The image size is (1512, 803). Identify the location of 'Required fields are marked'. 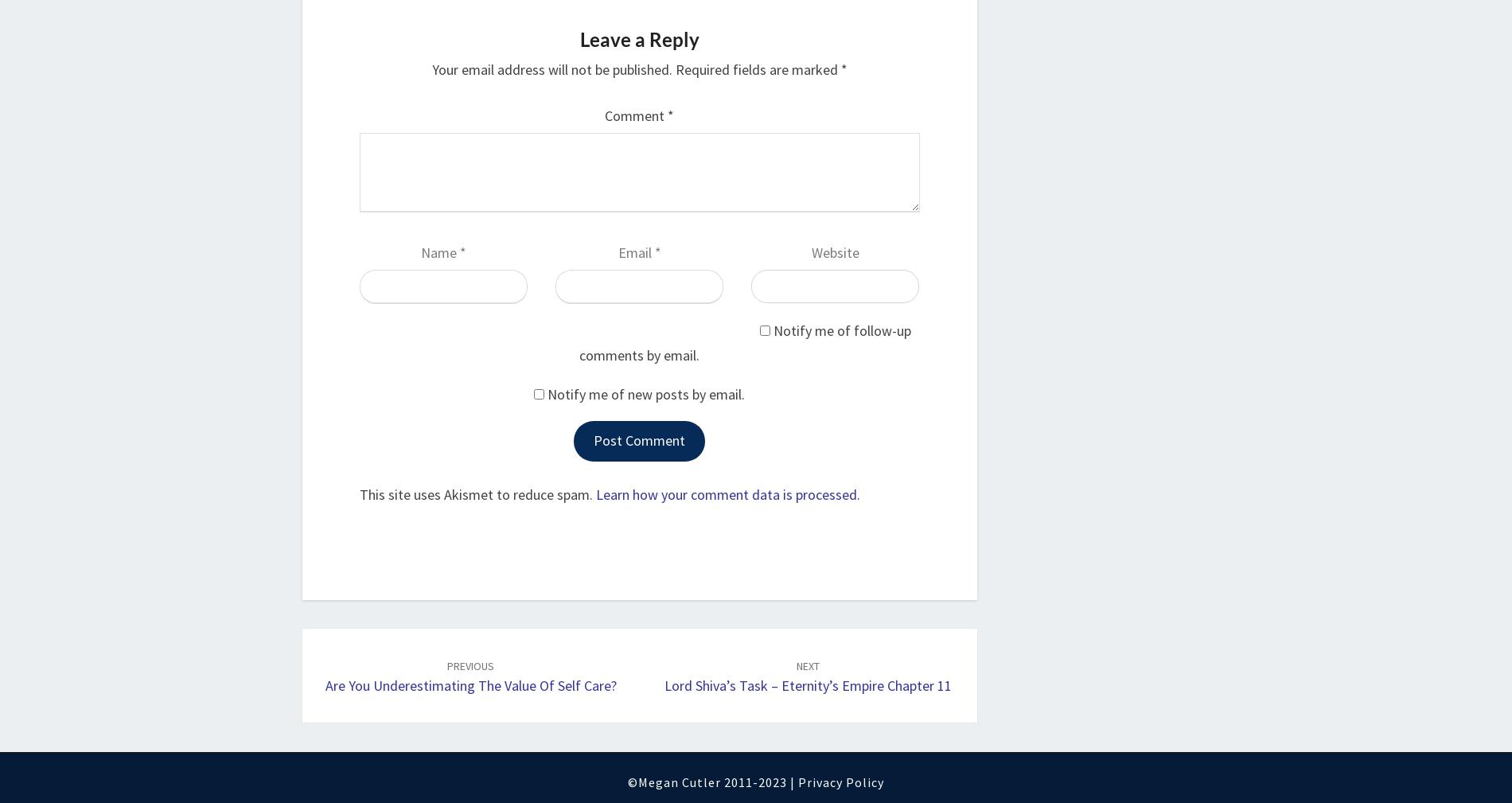
(758, 68).